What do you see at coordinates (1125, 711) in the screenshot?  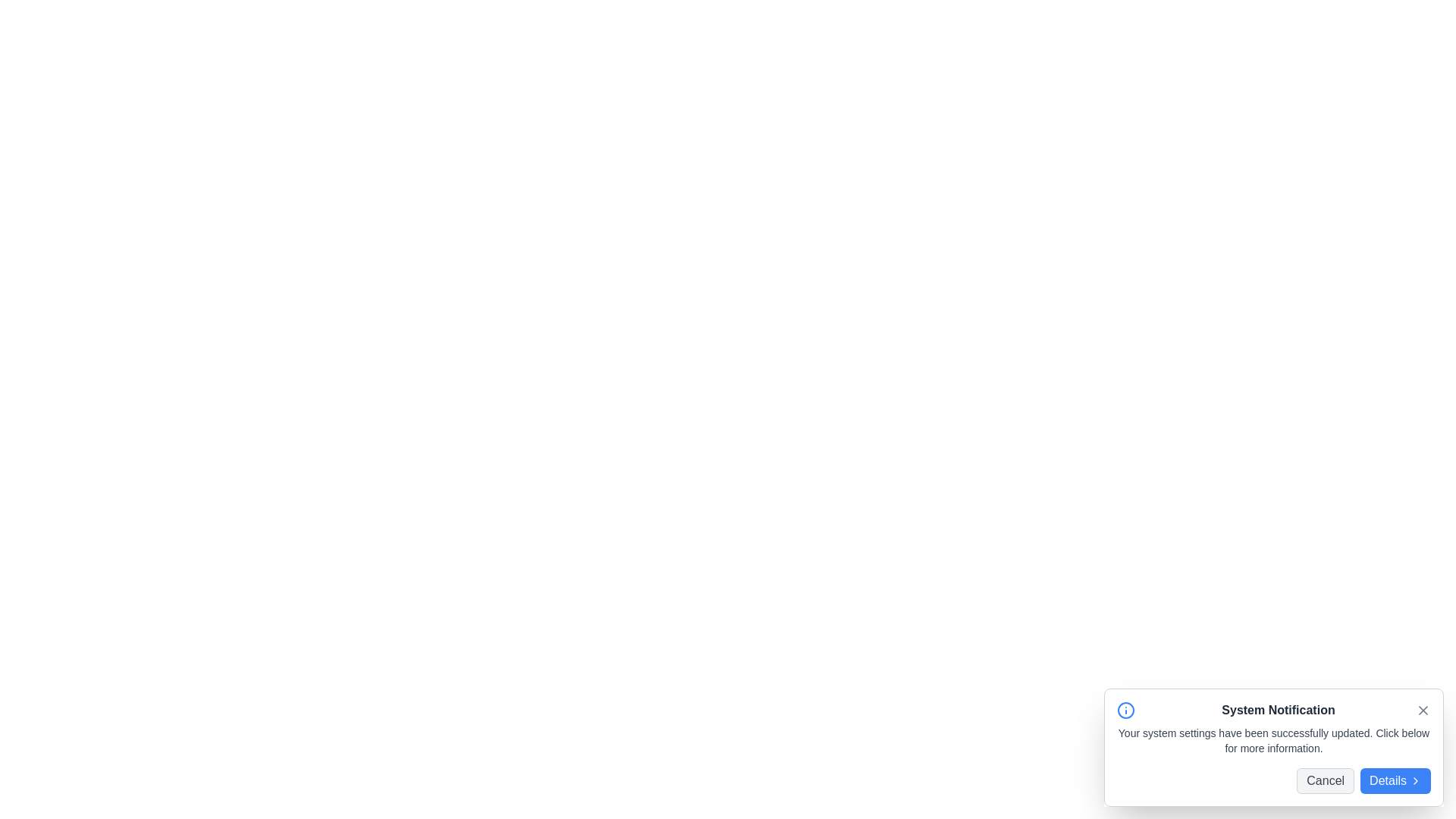 I see `the circular blue icon with a hollow center and an embedded exclamation mark, located to the left of the text 'System Notification'` at bounding box center [1125, 711].